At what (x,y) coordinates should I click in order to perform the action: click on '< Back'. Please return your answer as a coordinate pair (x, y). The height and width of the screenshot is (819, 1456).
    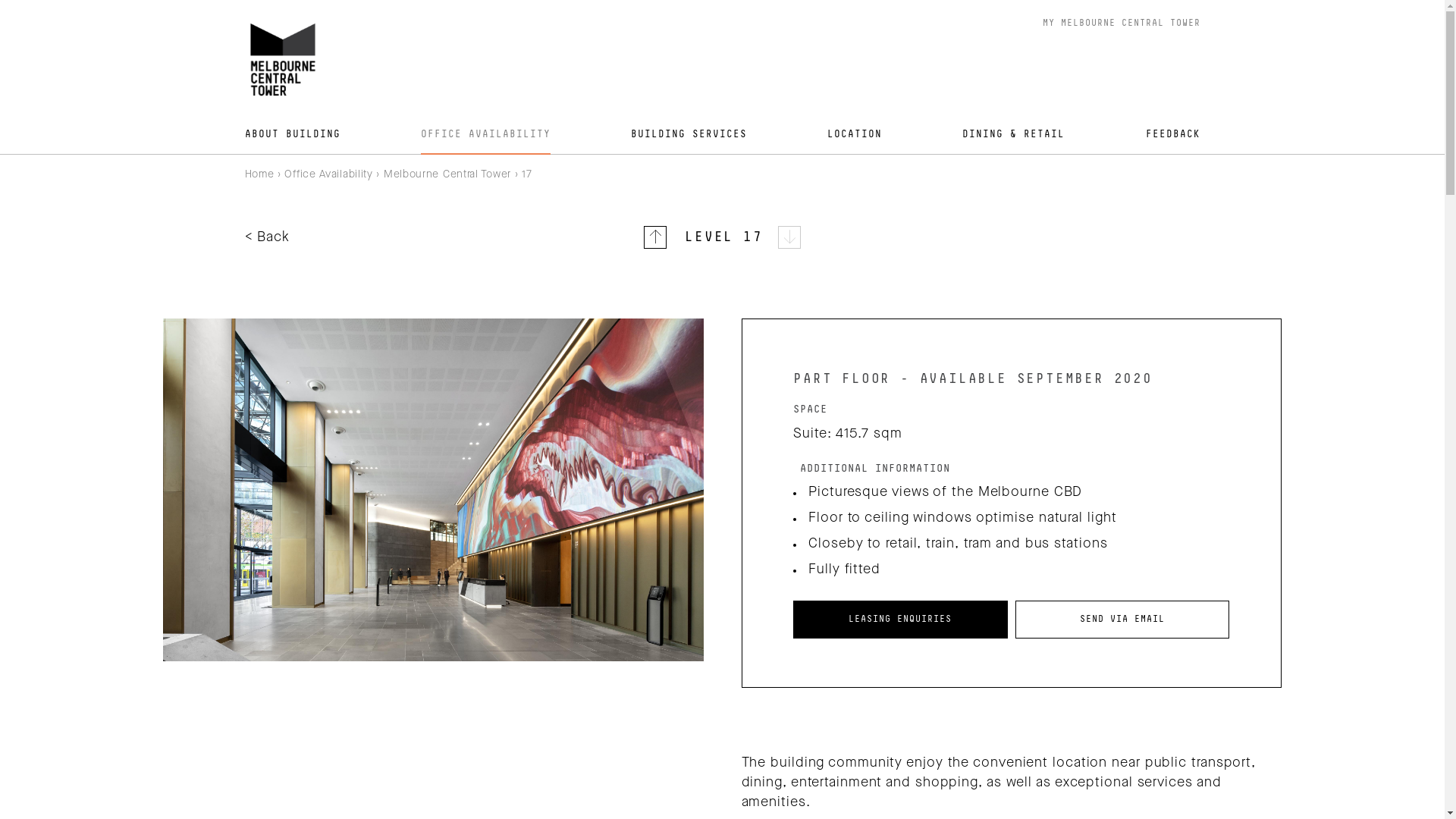
    Looking at the image, I should click on (266, 237).